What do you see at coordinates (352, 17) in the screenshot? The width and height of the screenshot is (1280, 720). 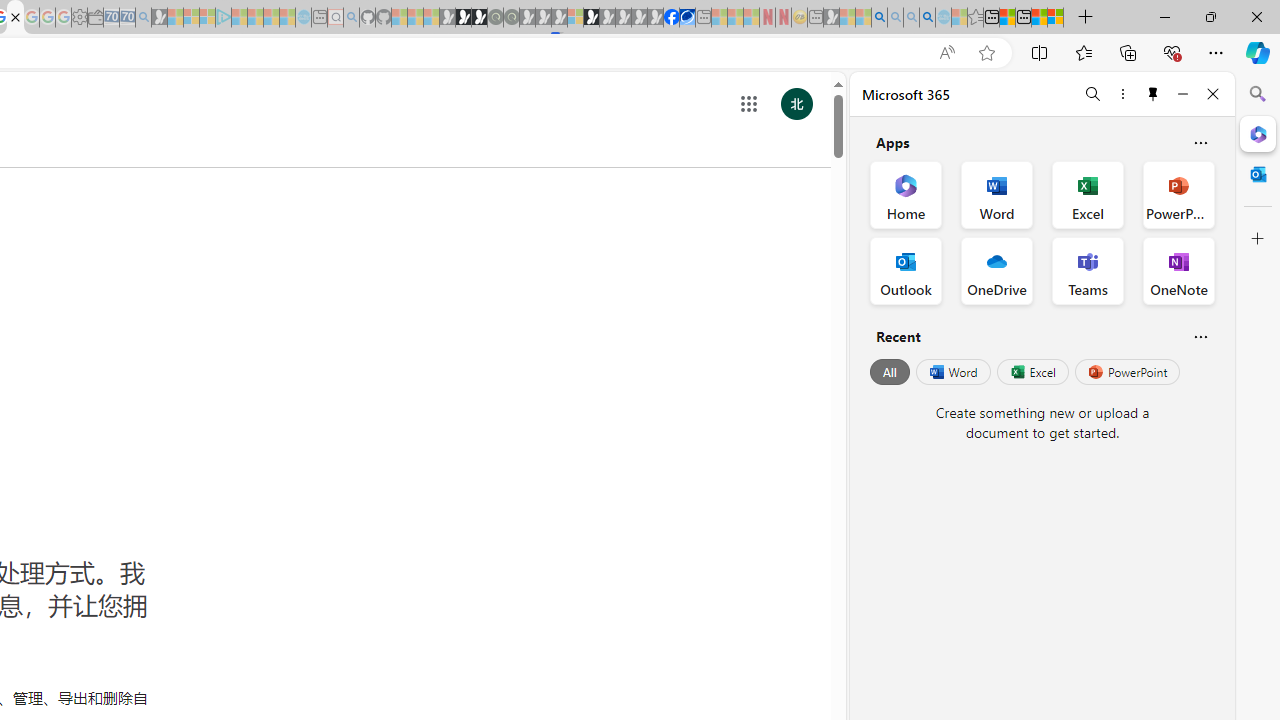 I see `'github - Search - Sleeping'` at bounding box center [352, 17].